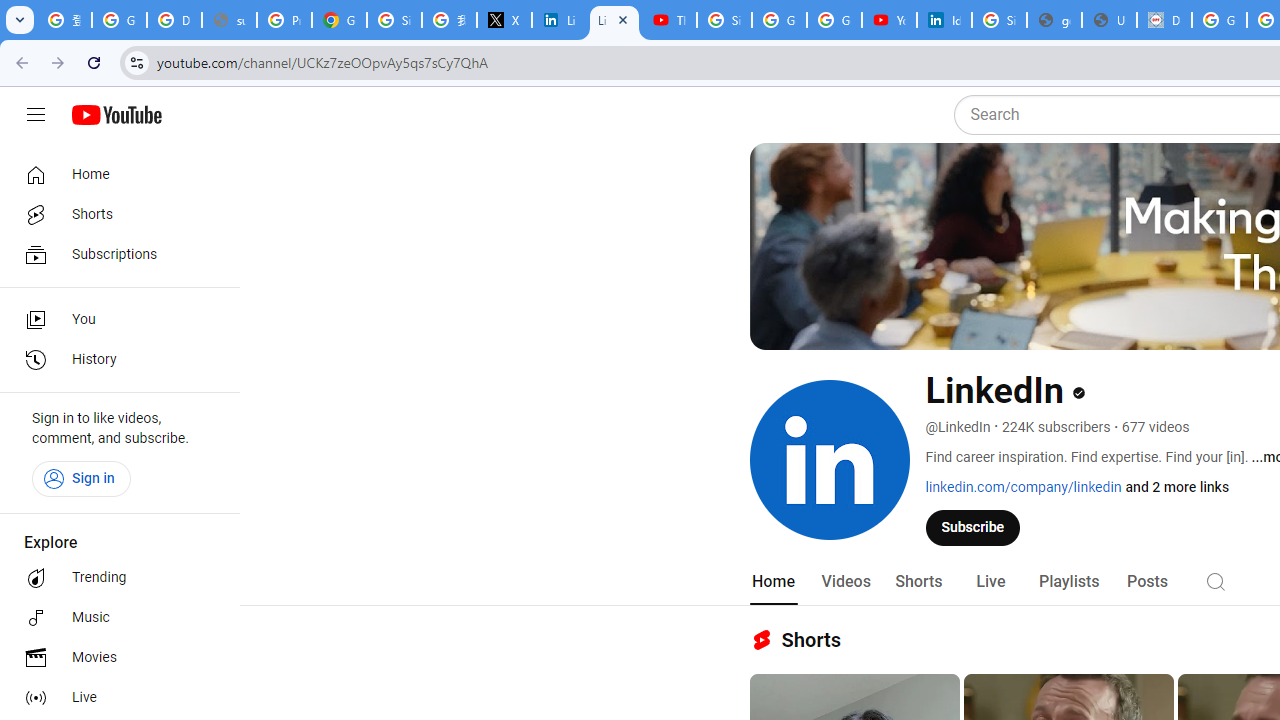 Image resolution: width=1280 pixels, height=720 pixels. I want to click on 'Live', so click(990, 581).